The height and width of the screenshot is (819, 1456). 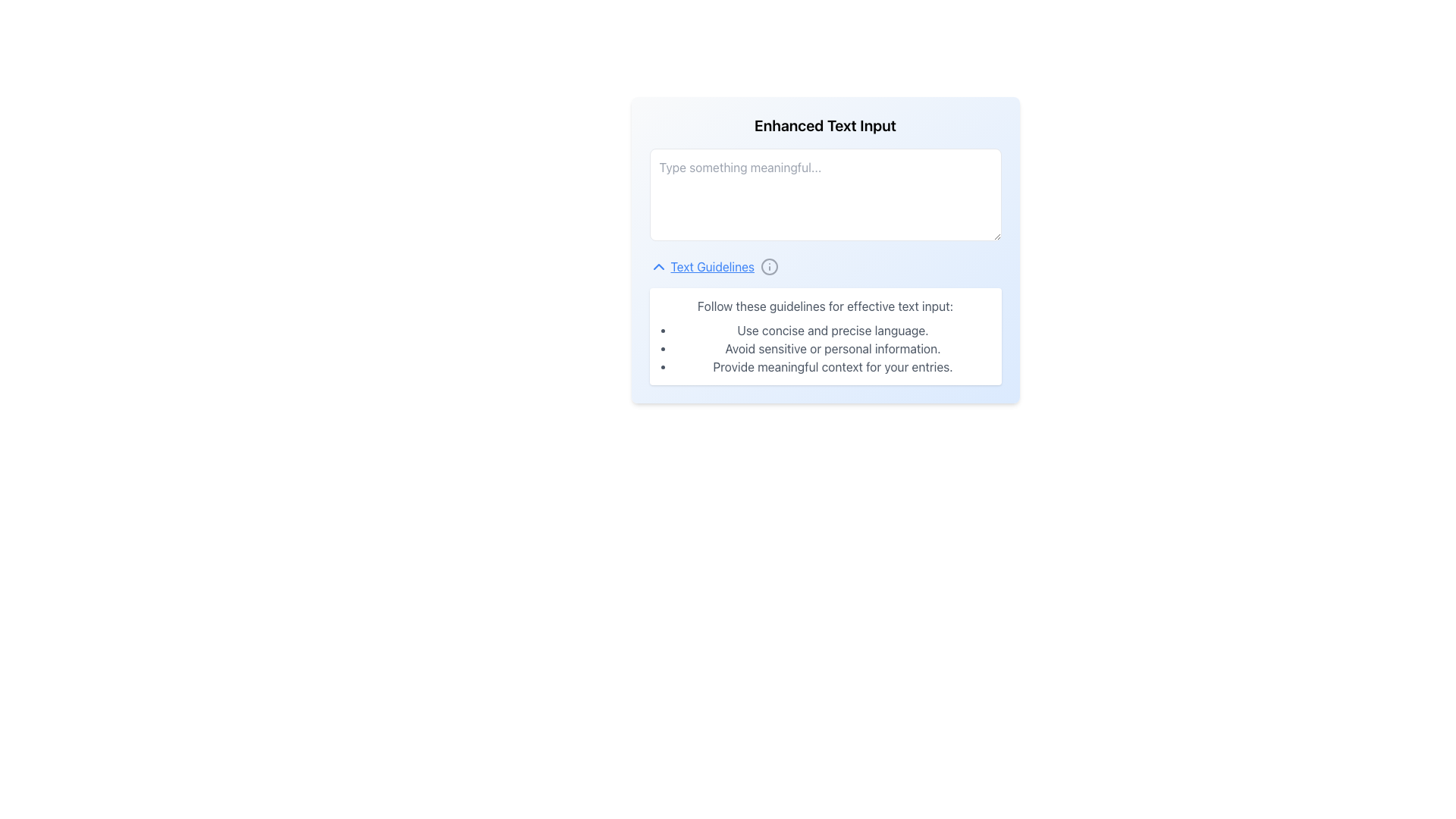 What do you see at coordinates (824, 335) in the screenshot?
I see `guidelines from the Information Panel, which has a white background, rounded corners, and contains a header 'Follow these guidelines for effective text input:' with a bullet-point list beneath it` at bounding box center [824, 335].